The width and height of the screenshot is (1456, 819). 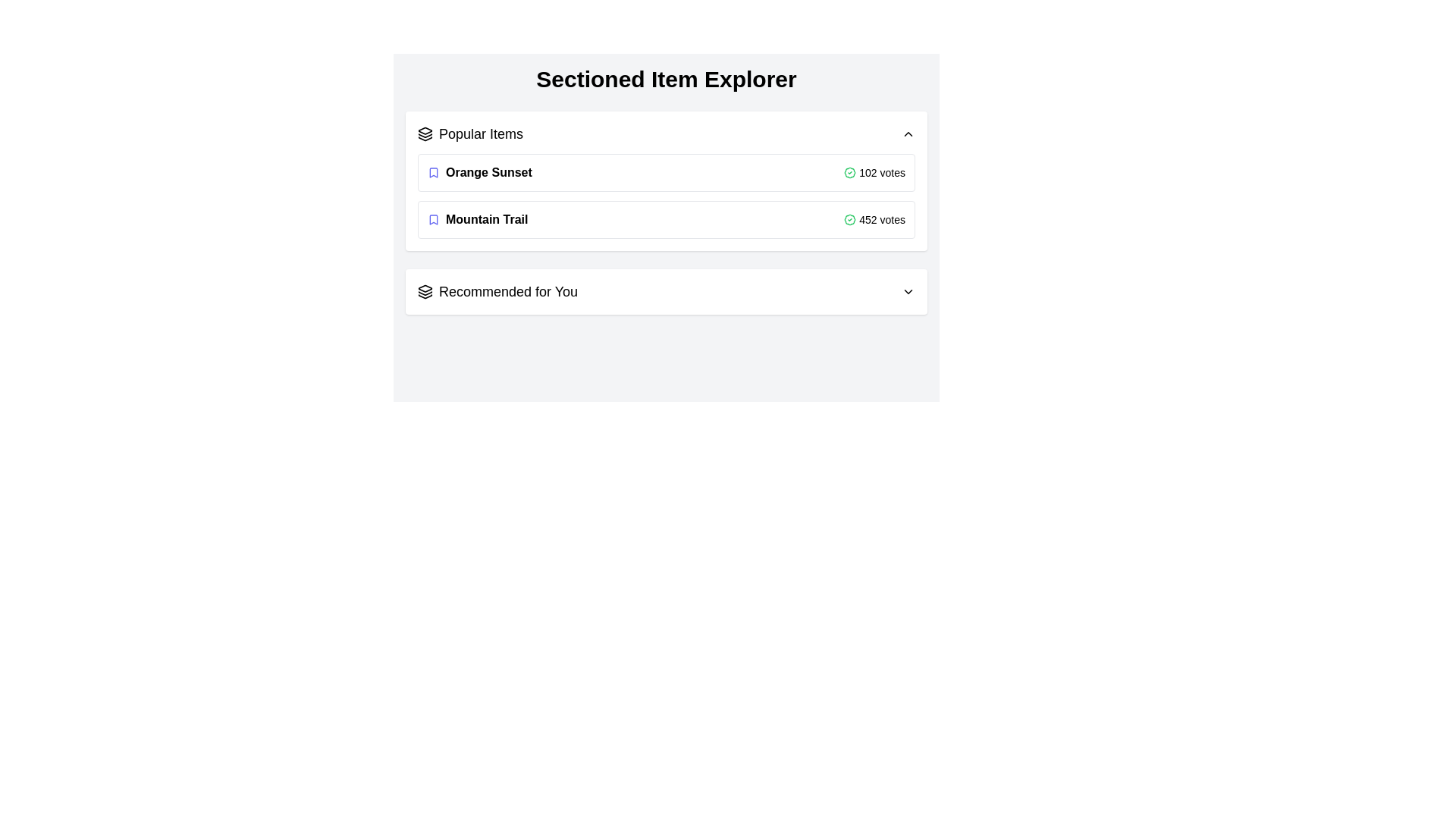 I want to click on the layered stack icon with a black outline, located at the top-left corner of the Popular Items section, so click(x=425, y=288).